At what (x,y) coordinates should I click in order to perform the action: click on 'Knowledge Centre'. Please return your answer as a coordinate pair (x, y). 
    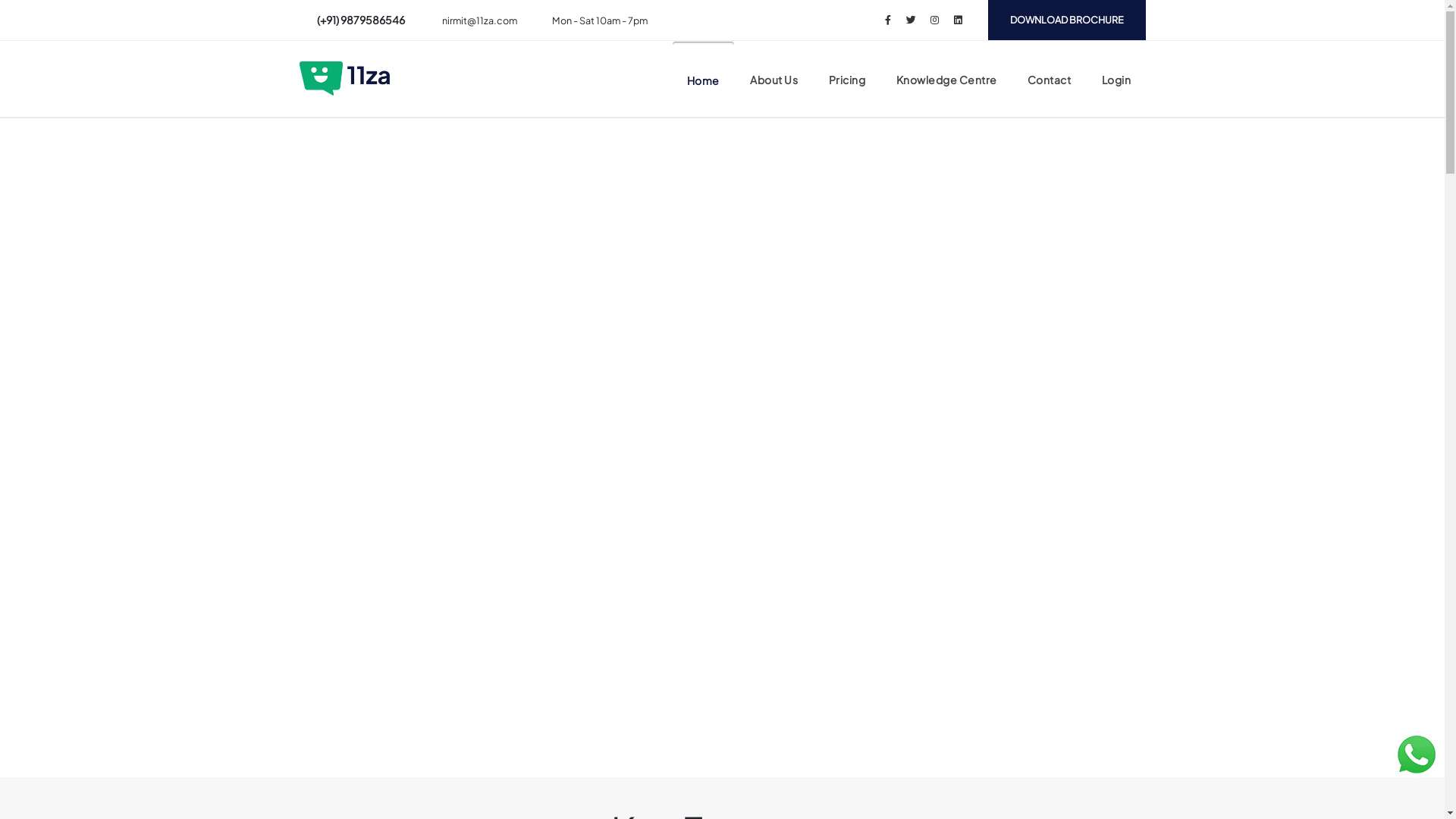
    Looking at the image, I should click on (880, 79).